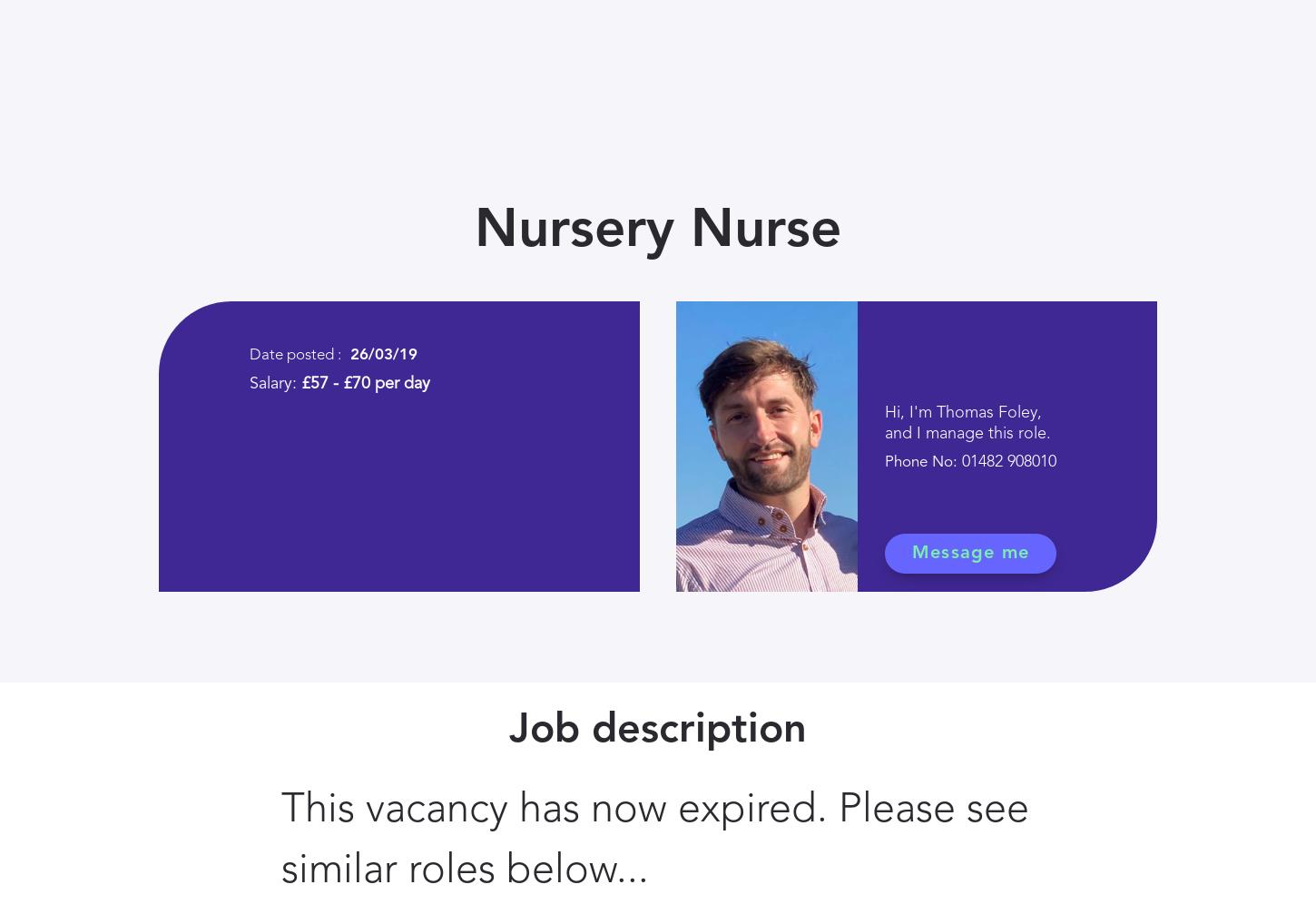  What do you see at coordinates (637, 821) in the screenshot?
I see `'How to create a teacher supply pool this term'` at bounding box center [637, 821].